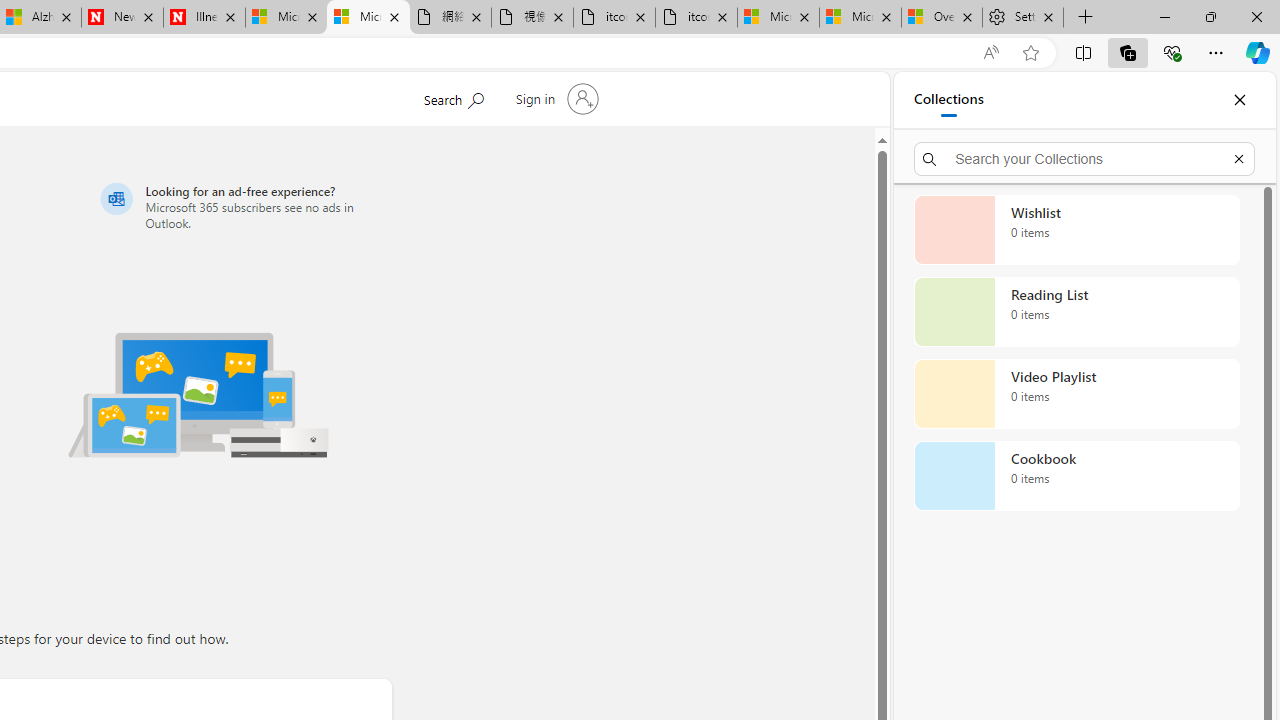 The image size is (1280, 720). What do you see at coordinates (1076, 229) in the screenshot?
I see `'Wishlist collection, 0 items'` at bounding box center [1076, 229].